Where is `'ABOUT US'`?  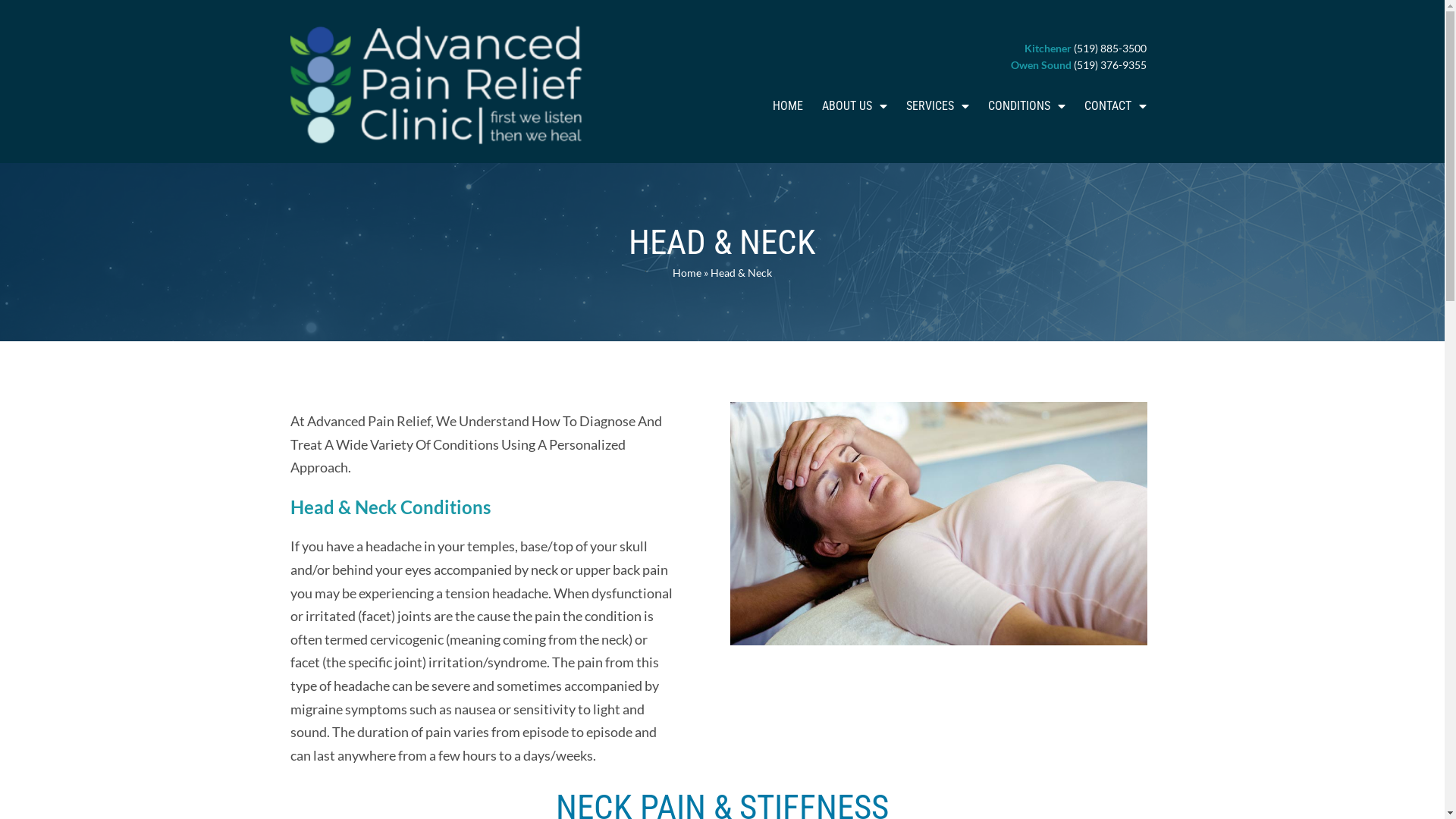 'ABOUT US' is located at coordinates (855, 104).